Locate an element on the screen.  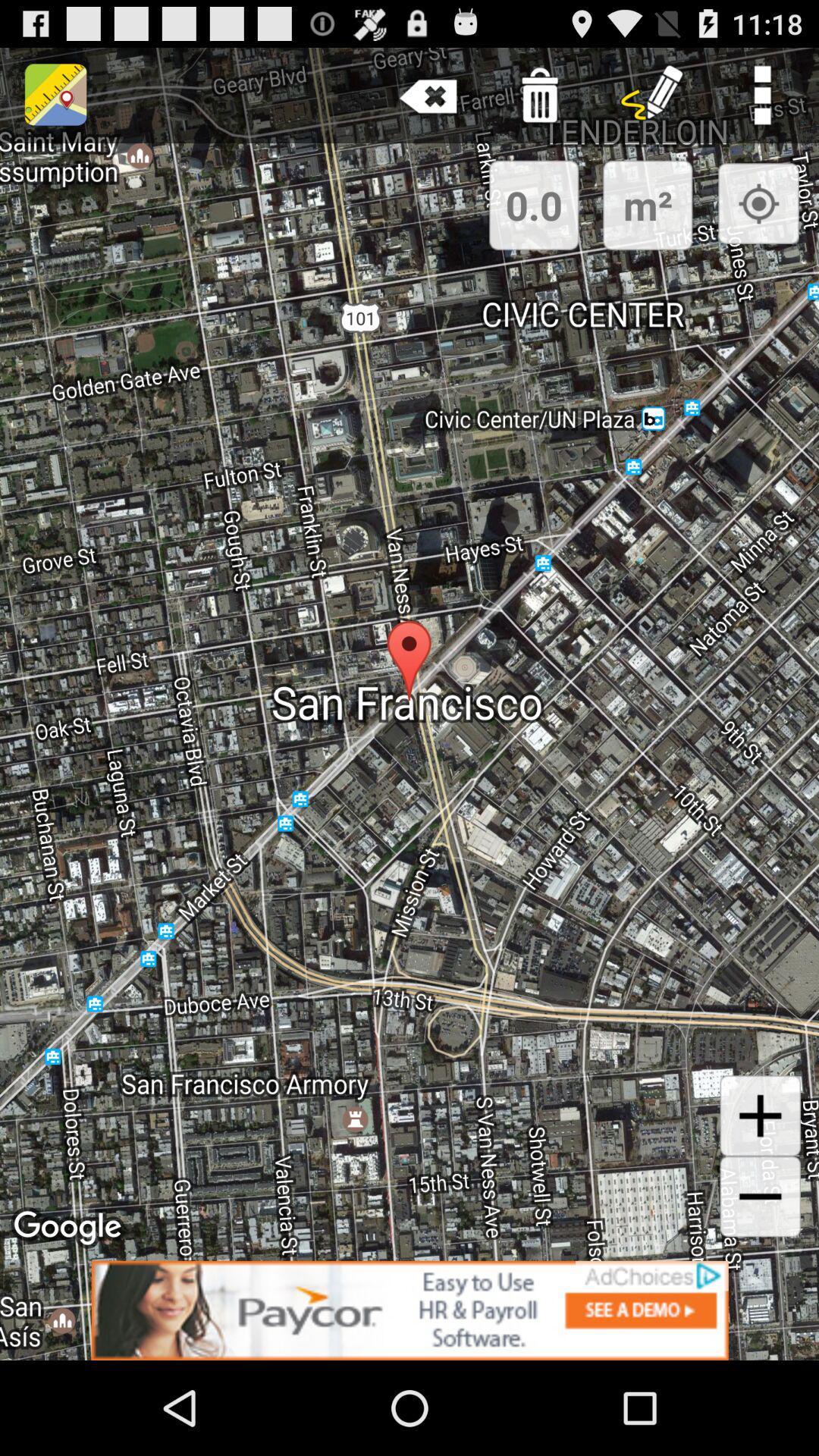
zoom out is located at coordinates (760, 1196).